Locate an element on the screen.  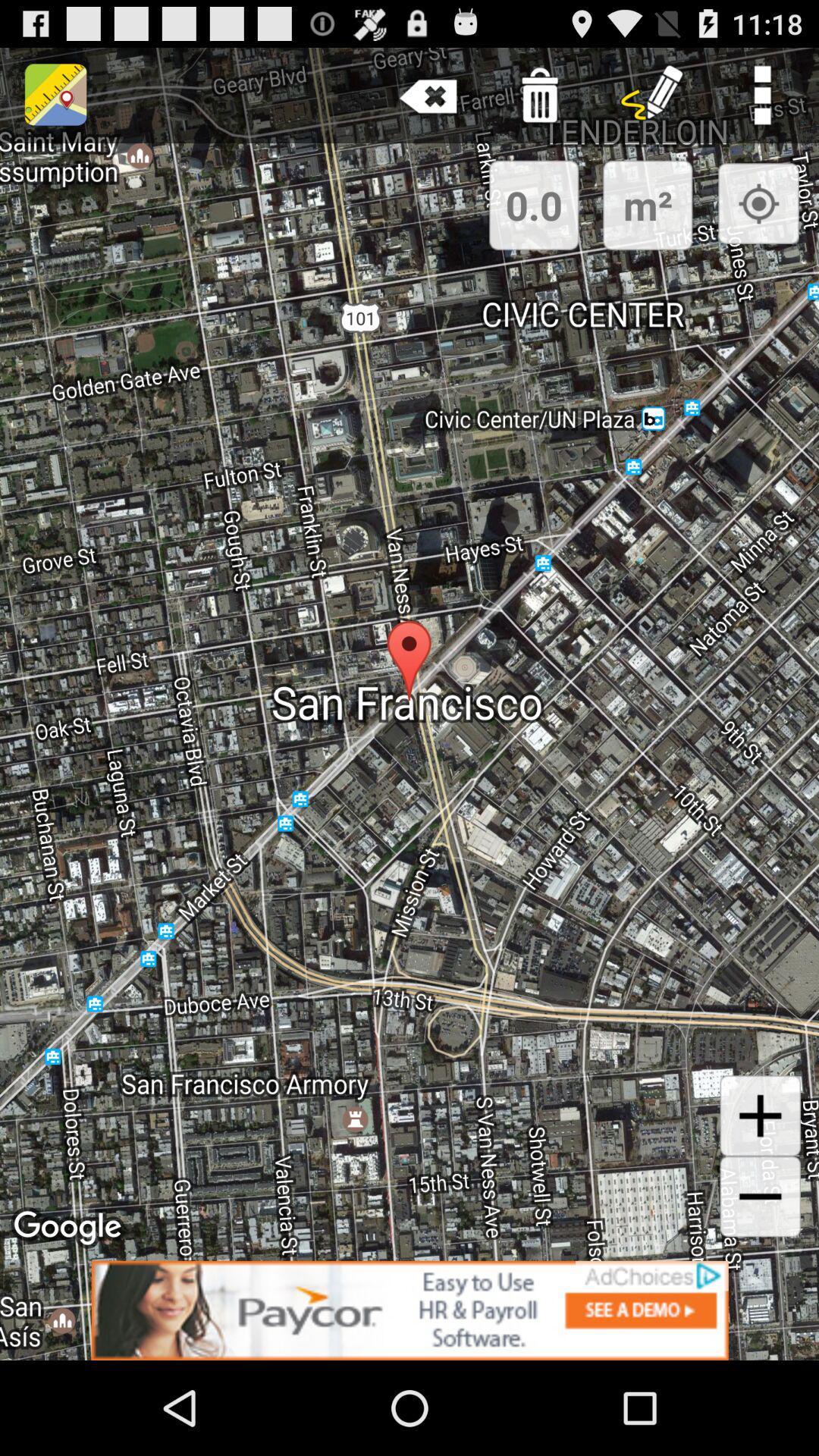
zoom out is located at coordinates (760, 1196).